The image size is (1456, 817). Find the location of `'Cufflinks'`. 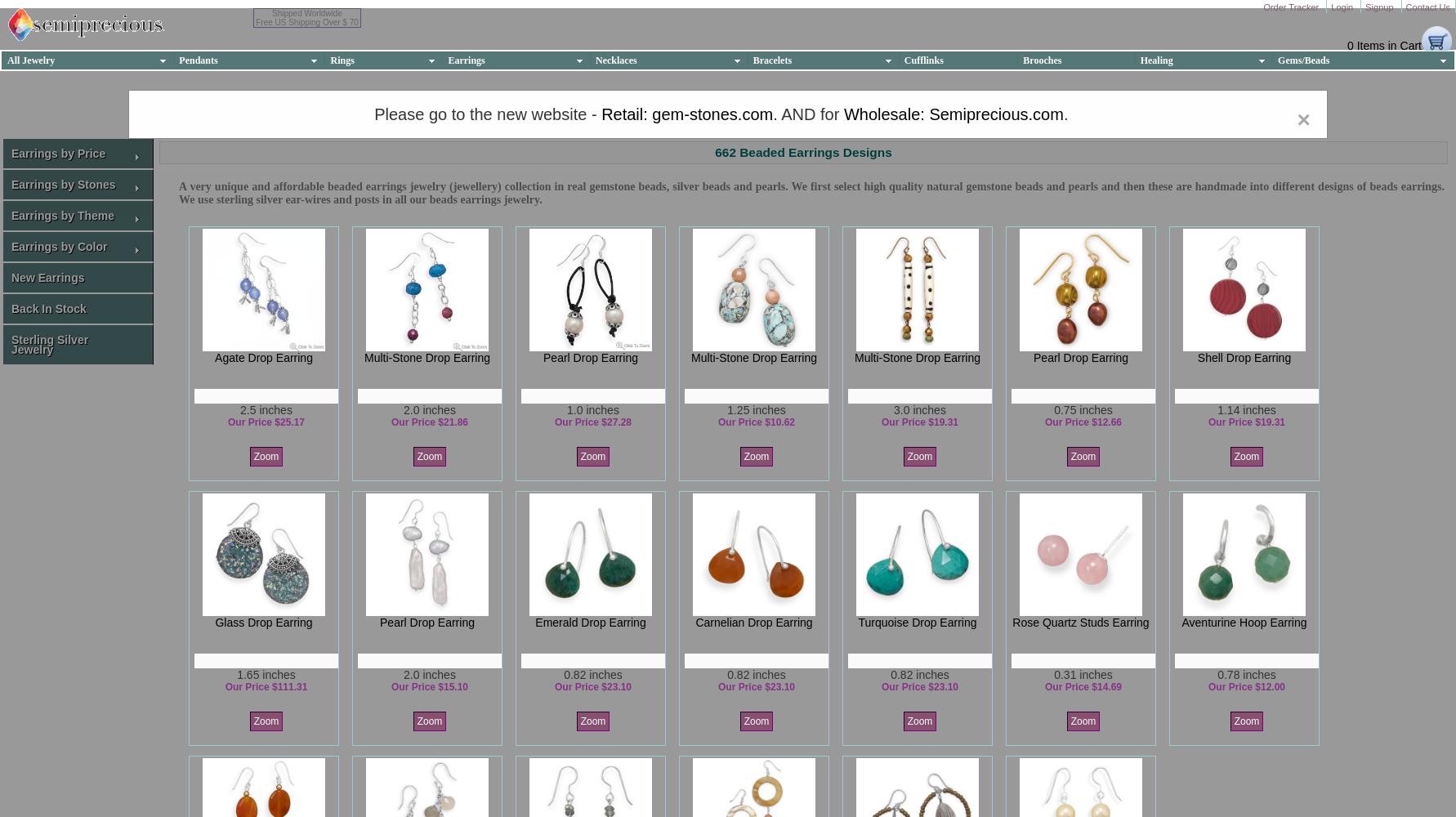

'Cufflinks' is located at coordinates (904, 59).